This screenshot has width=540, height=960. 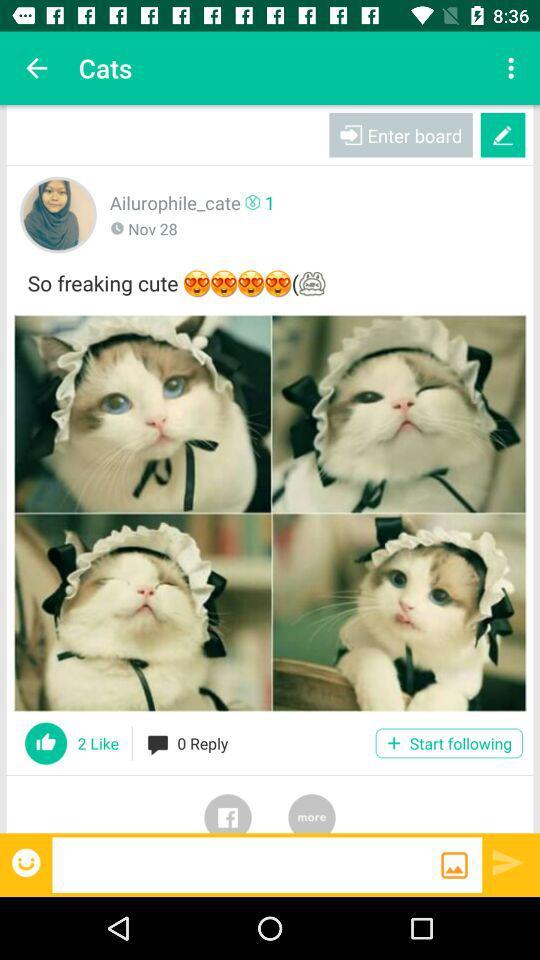 I want to click on shared photo, so click(x=270, y=512).